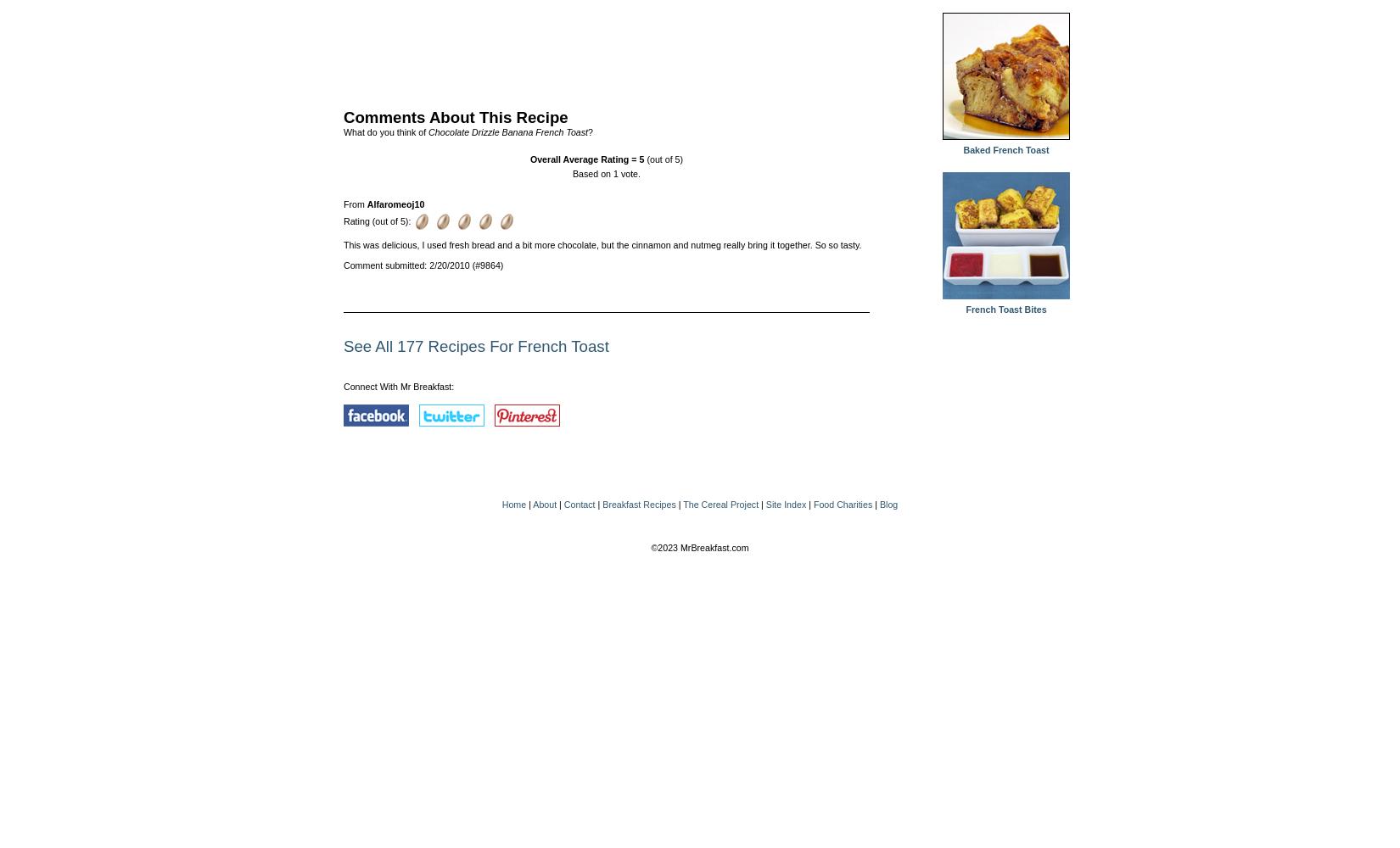 This screenshot has height=848, width=1400. I want to click on 'Site Index', so click(785, 504).